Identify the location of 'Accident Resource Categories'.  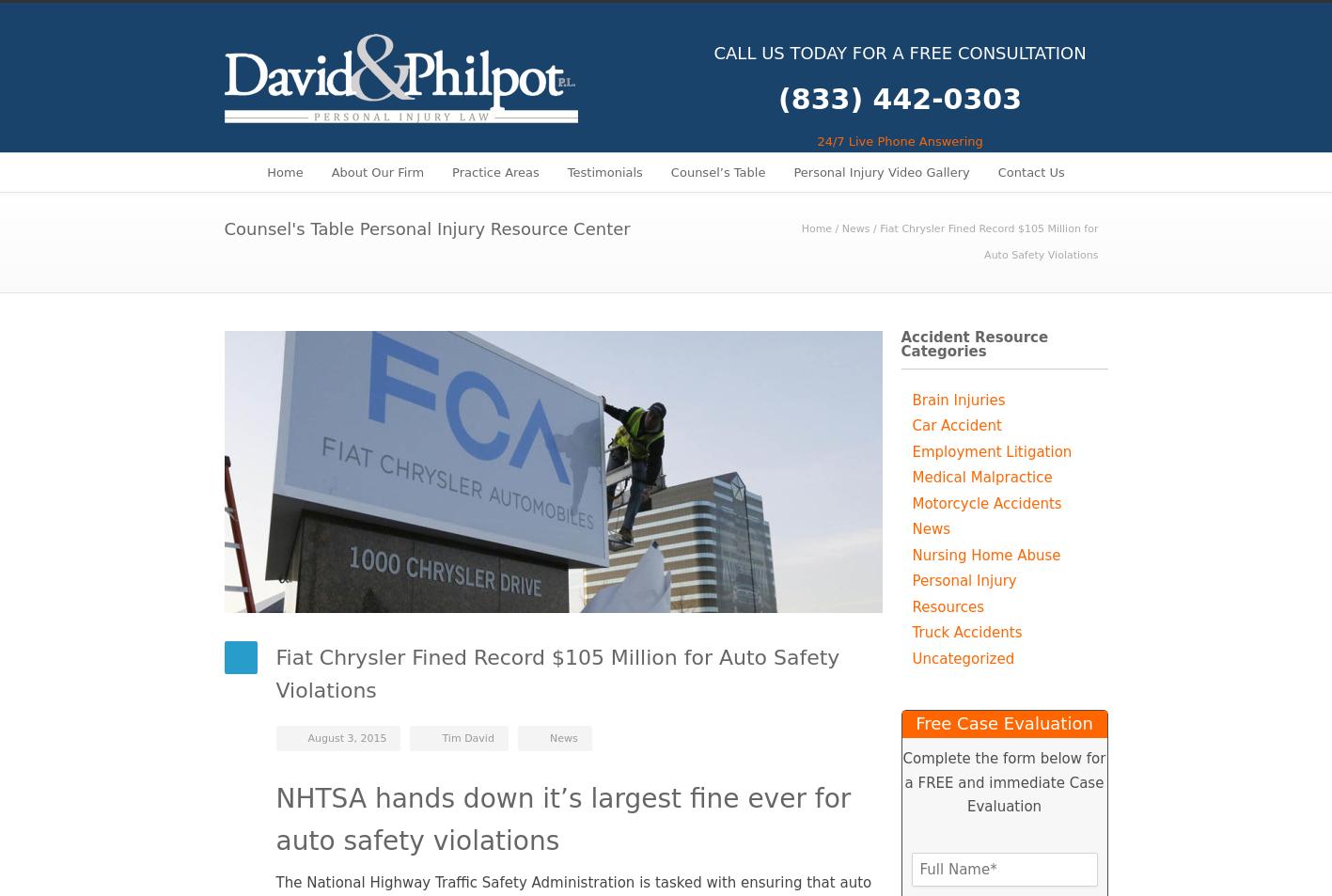
(901, 342).